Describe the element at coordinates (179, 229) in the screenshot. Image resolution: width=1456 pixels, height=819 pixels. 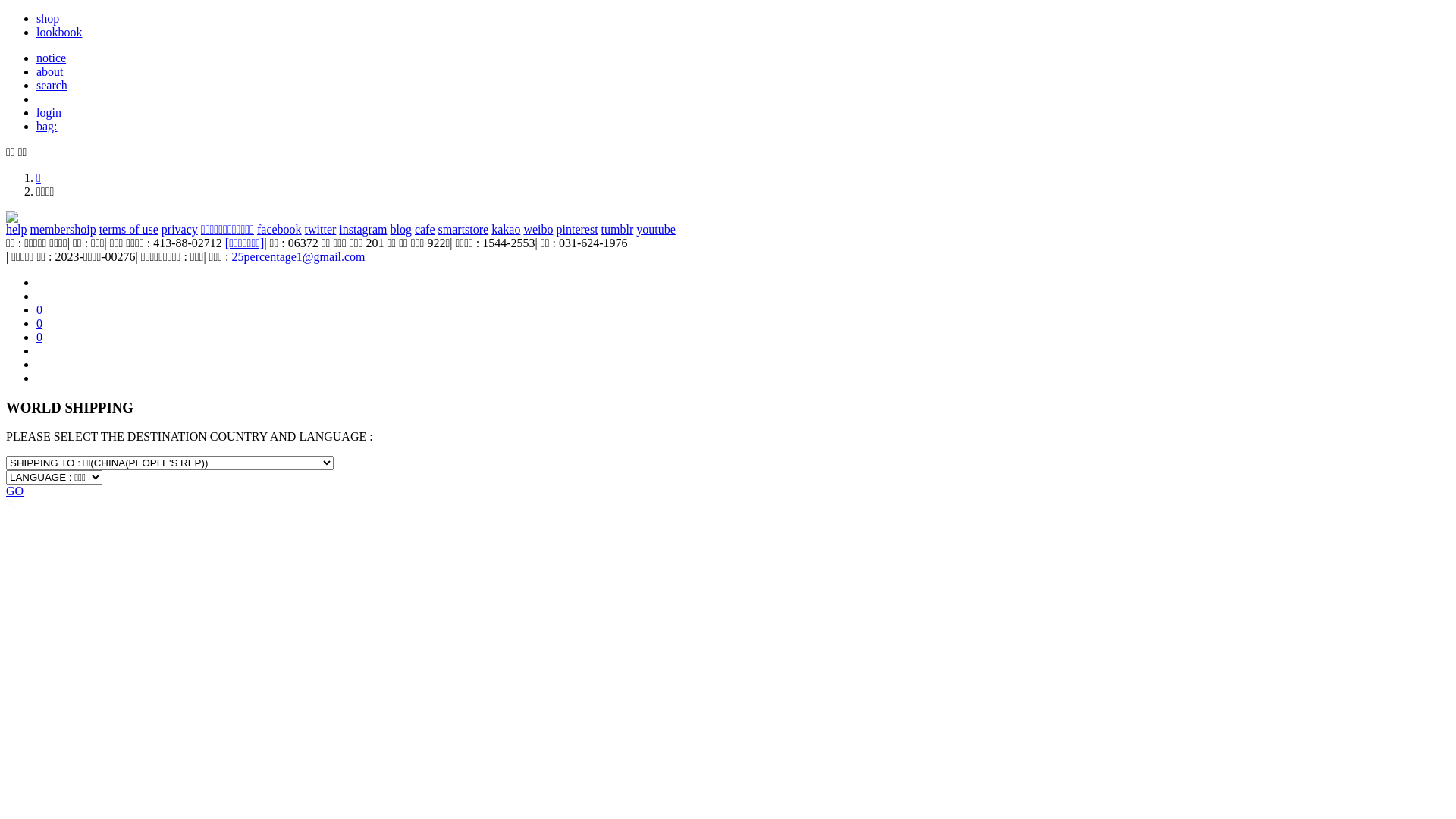
I see `'privacy'` at that location.